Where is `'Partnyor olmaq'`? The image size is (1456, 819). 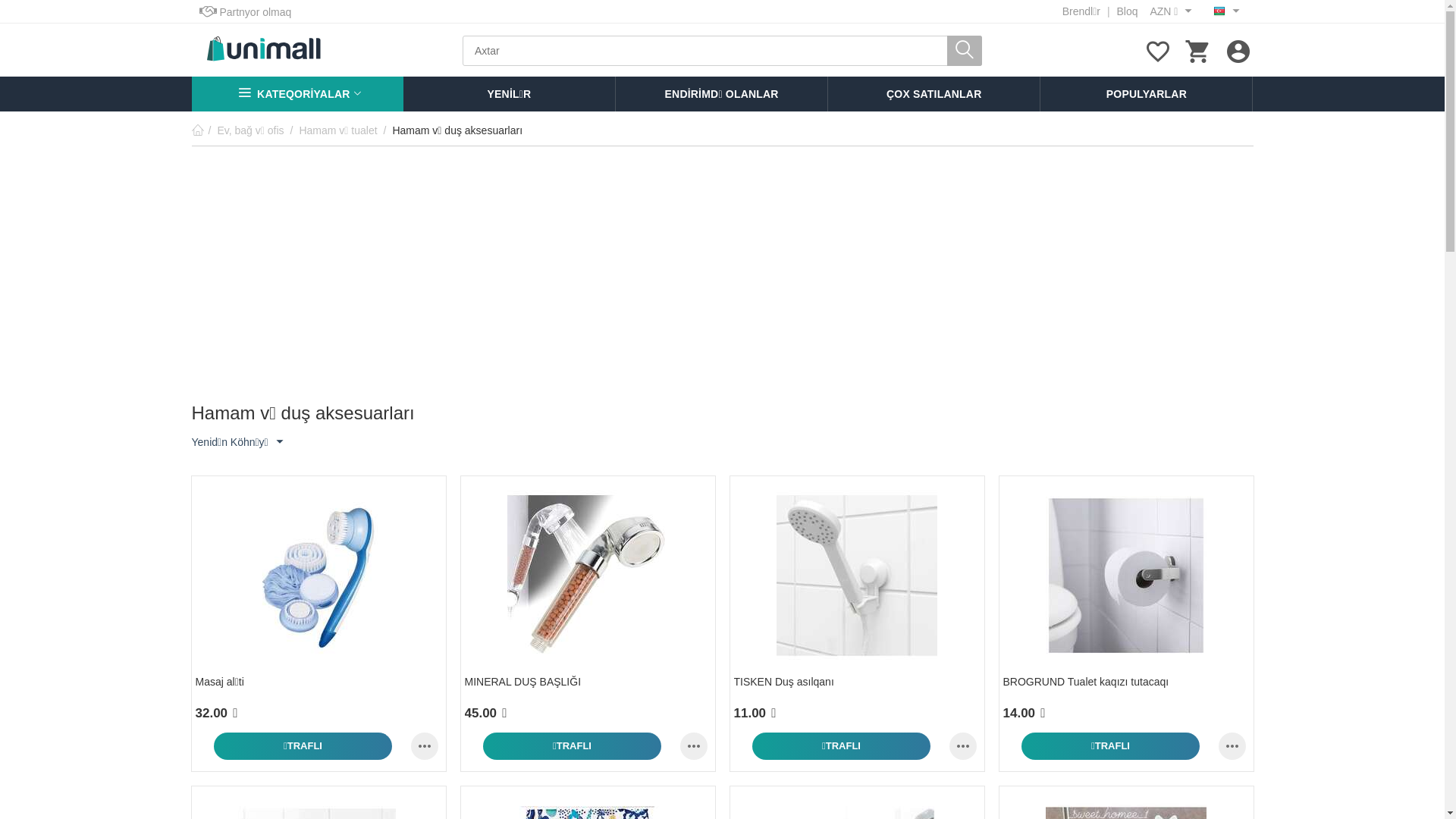
'Partnyor olmaq' is located at coordinates (244, 11).